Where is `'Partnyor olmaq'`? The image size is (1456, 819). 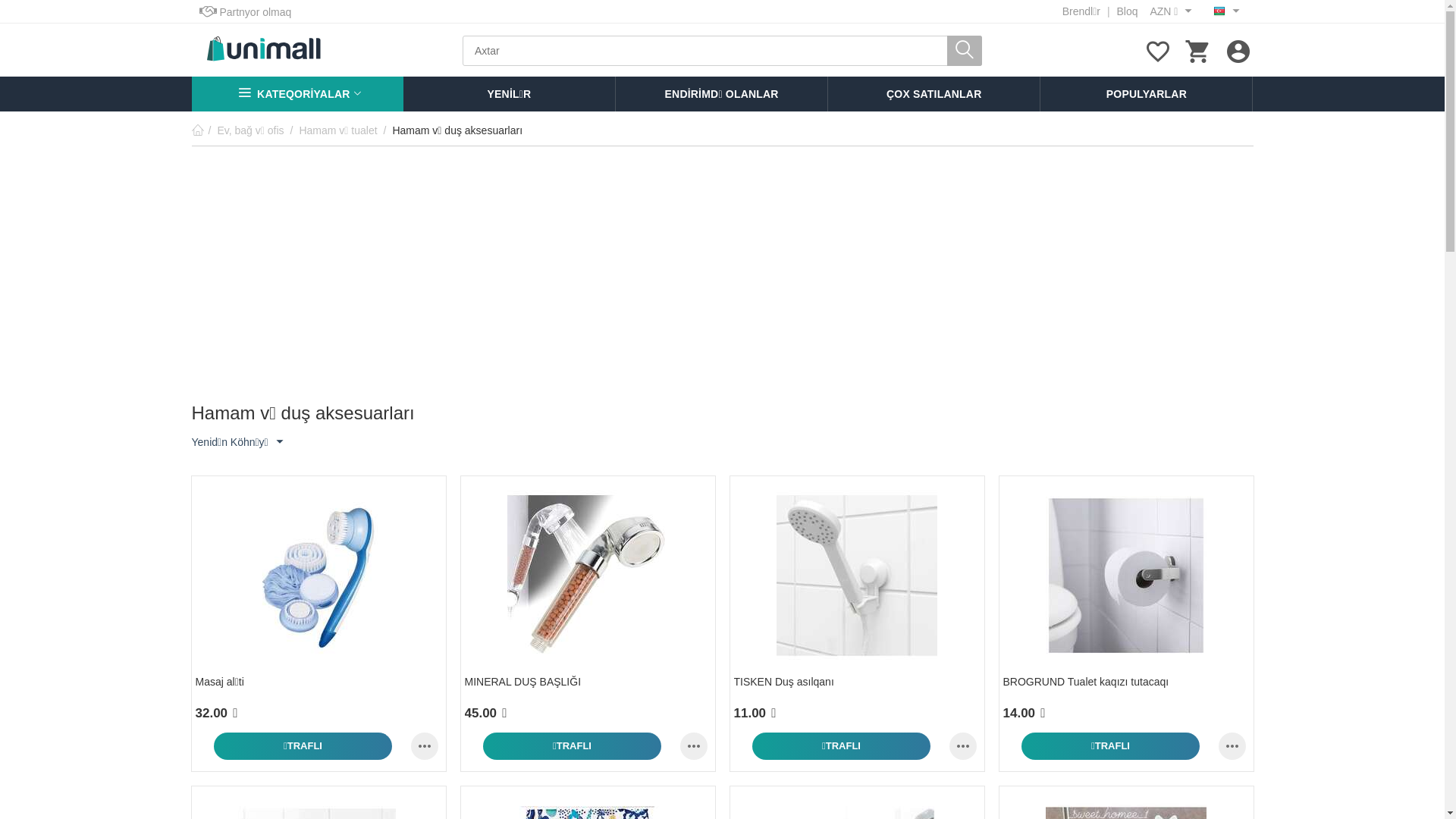
'Partnyor olmaq' is located at coordinates (244, 11).